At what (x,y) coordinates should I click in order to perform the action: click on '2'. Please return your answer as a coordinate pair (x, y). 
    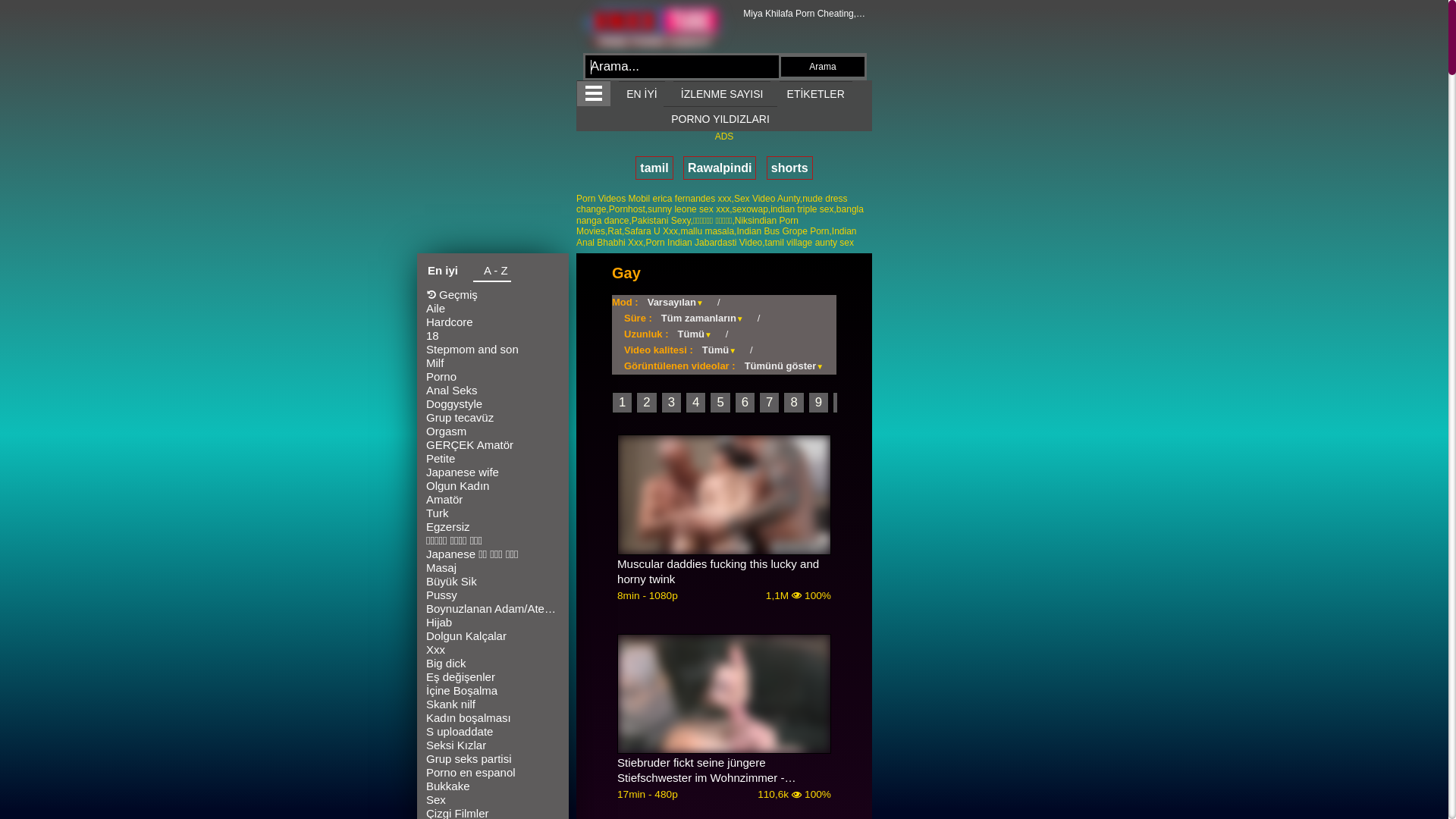
    Looking at the image, I should click on (646, 402).